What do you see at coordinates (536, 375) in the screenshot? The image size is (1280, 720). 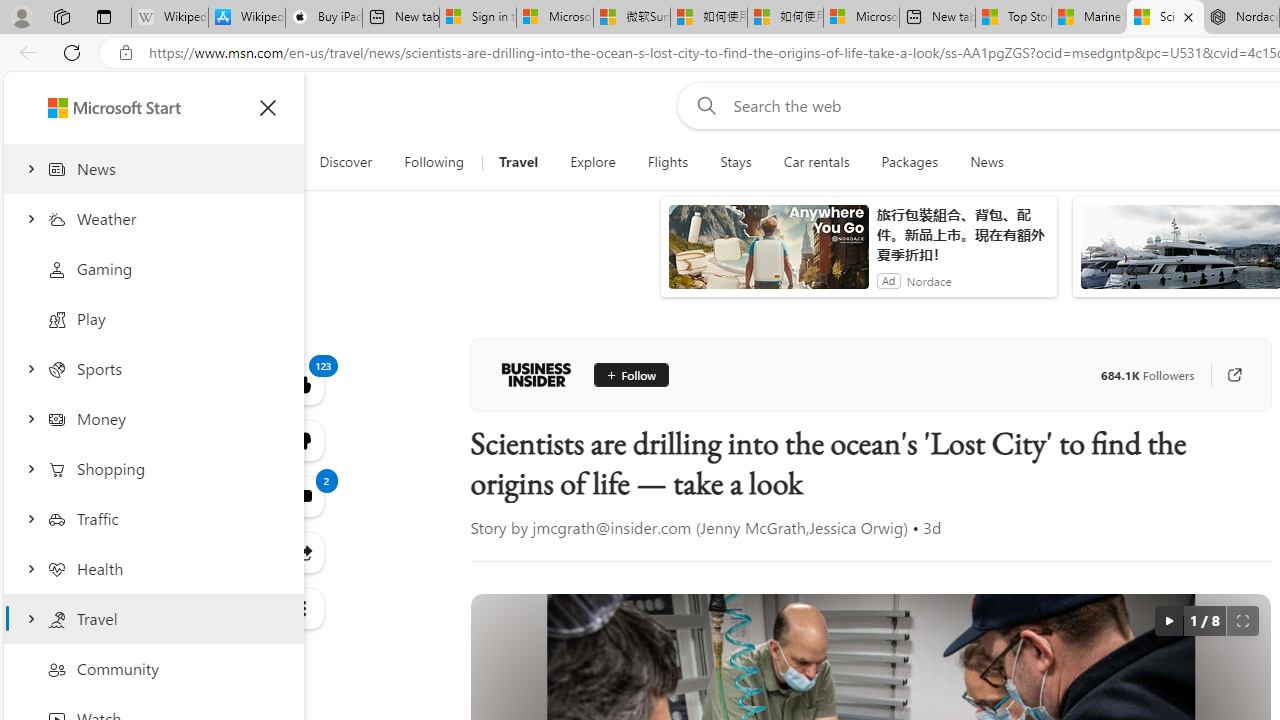 I see `'Business Insider'` at bounding box center [536, 375].